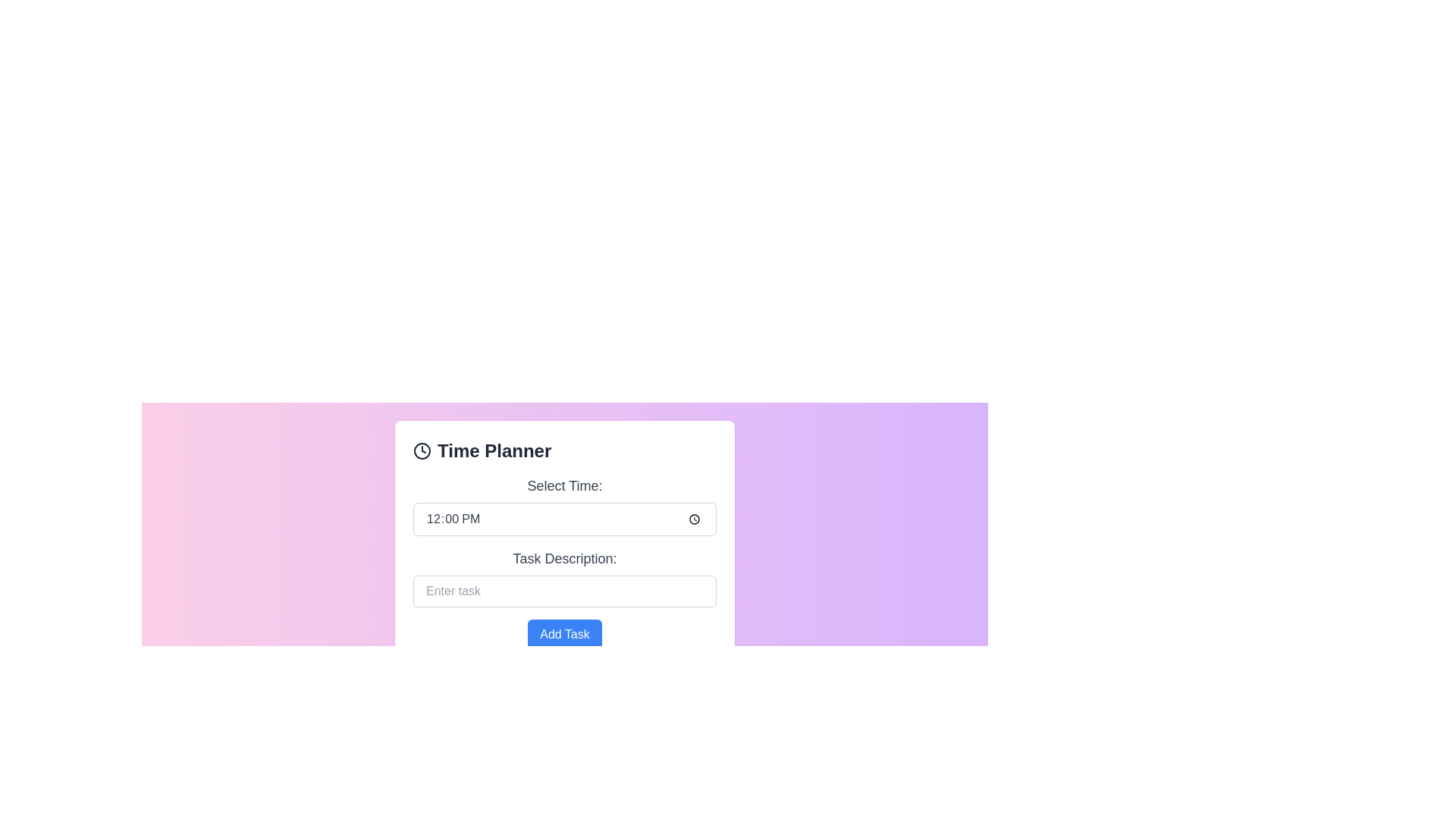  Describe the element at coordinates (422, 450) in the screenshot. I see `the clock icon with a circular outline and clock hands, located to the left of the 'Time Planner' text in the header section` at that location.